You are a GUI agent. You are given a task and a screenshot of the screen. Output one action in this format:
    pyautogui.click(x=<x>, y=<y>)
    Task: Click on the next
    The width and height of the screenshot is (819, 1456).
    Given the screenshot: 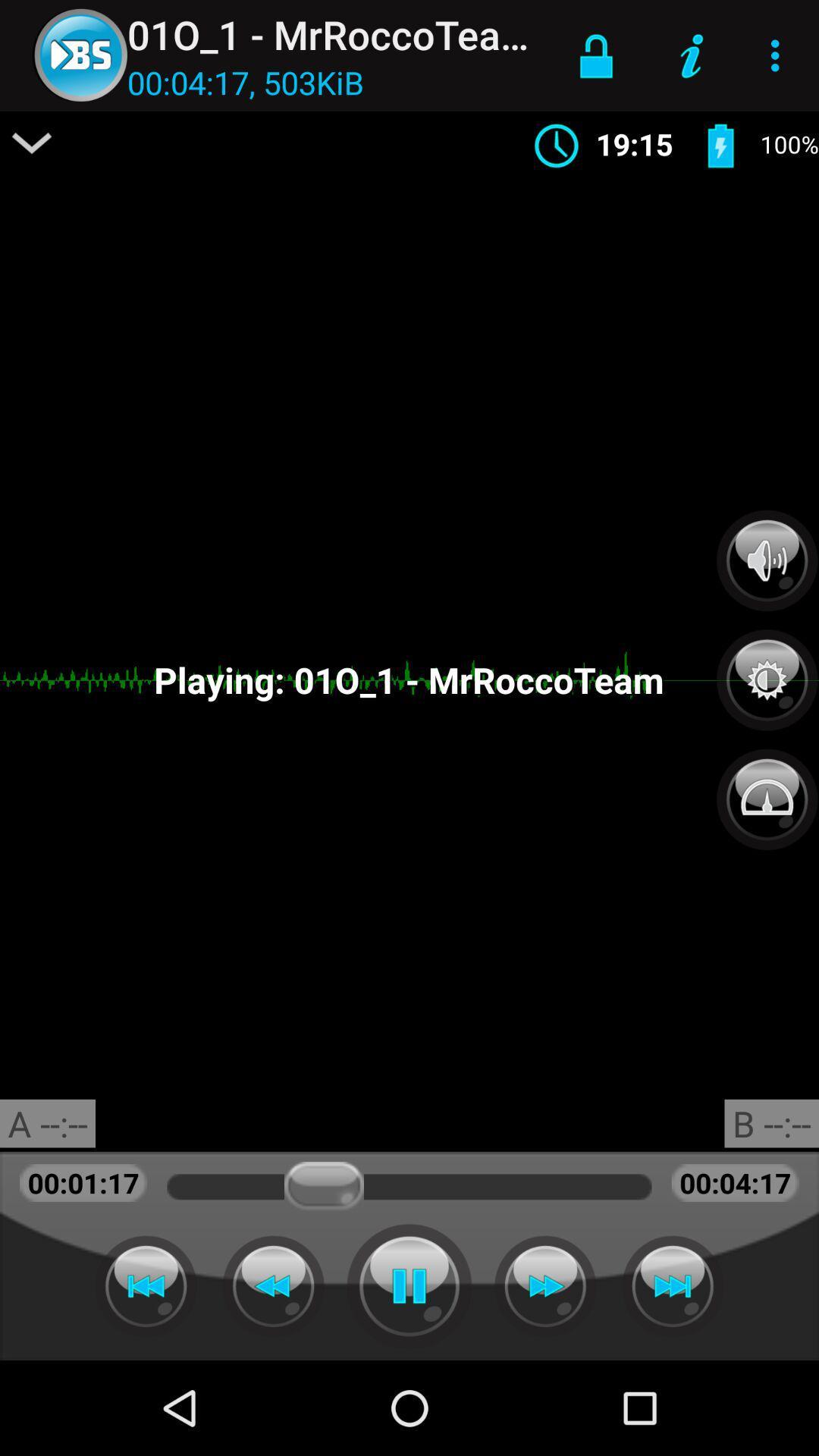 What is the action you would take?
    pyautogui.click(x=544, y=1285)
    